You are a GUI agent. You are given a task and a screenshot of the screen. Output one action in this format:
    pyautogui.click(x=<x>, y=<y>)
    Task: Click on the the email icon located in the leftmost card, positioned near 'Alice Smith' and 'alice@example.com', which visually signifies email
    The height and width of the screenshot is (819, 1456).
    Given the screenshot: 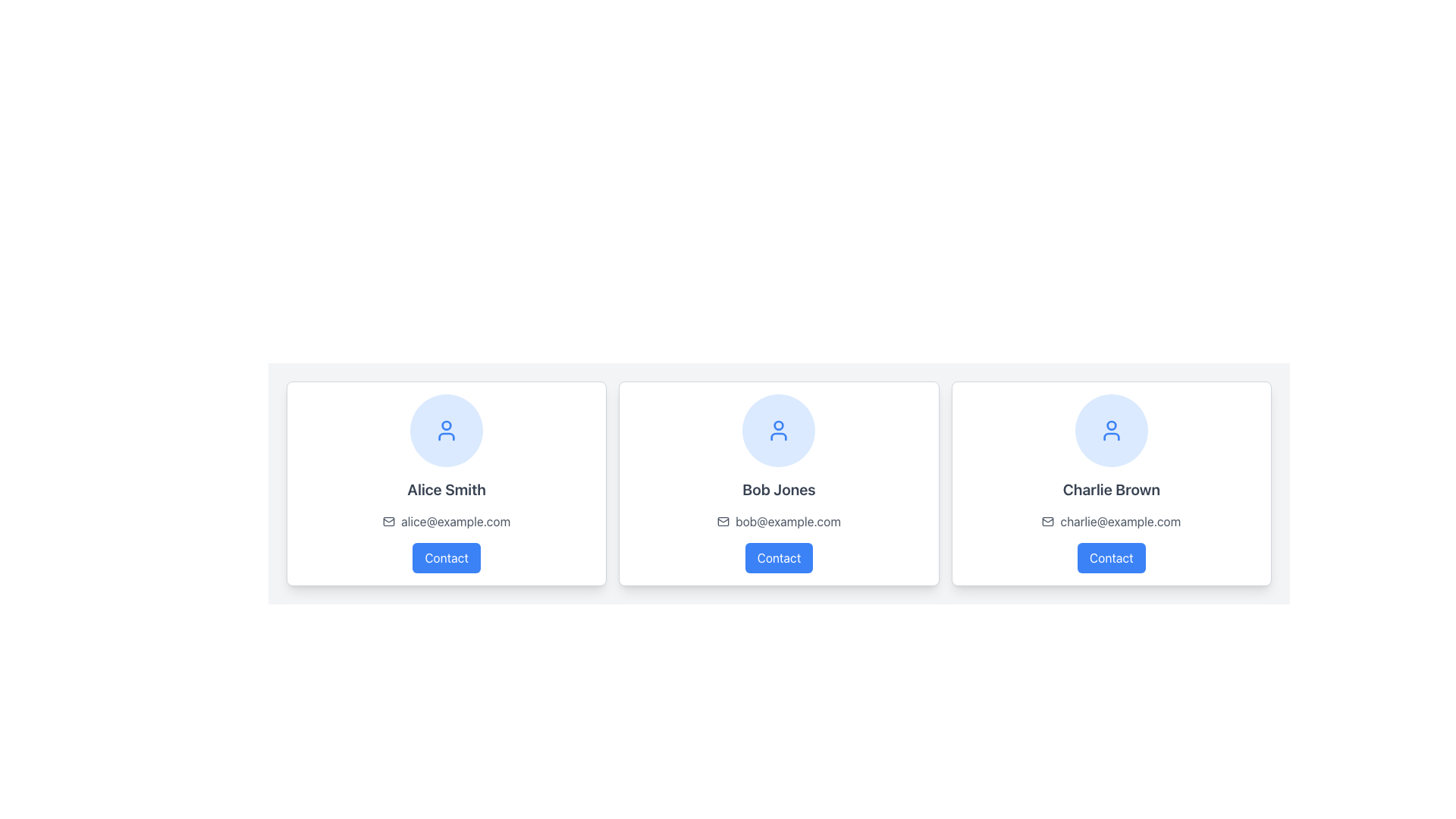 What is the action you would take?
    pyautogui.click(x=389, y=520)
    